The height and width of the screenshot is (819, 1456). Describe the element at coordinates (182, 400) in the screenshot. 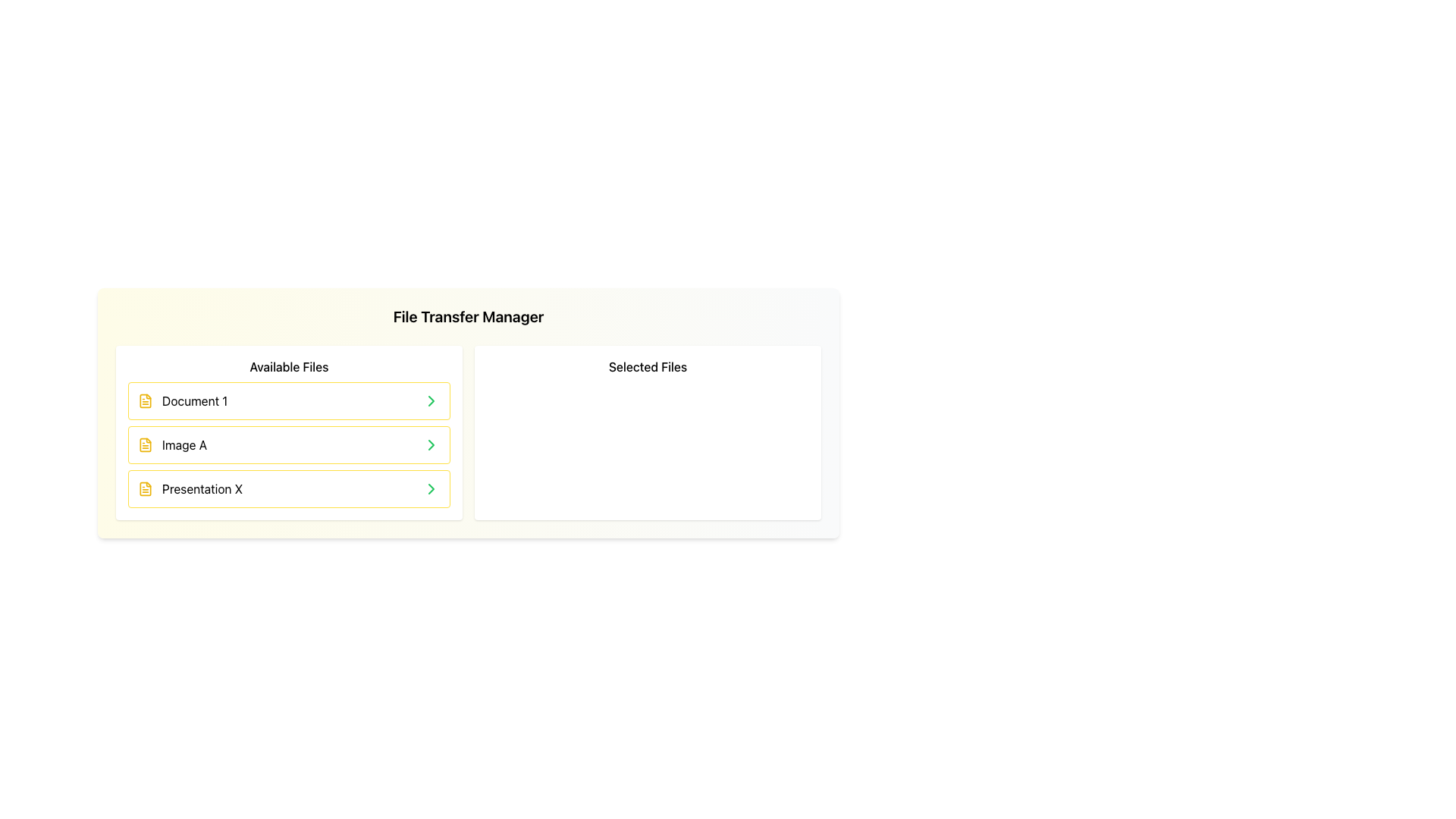

I see `the first list item labeled 'Document 1'` at that location.